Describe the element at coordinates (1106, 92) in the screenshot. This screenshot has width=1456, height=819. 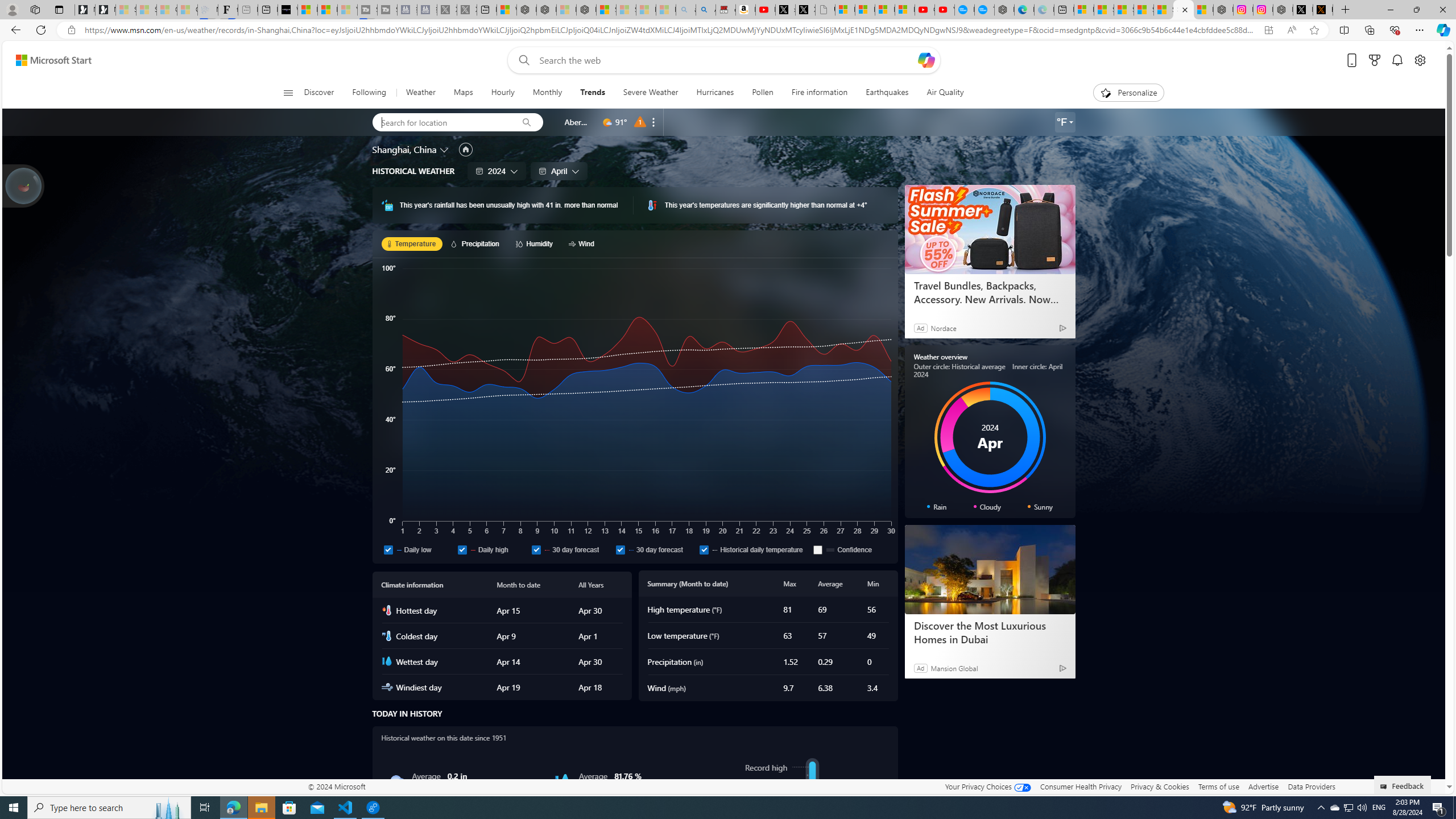
I see `'To get missing image descriptions, open the context menu.'` at that location.